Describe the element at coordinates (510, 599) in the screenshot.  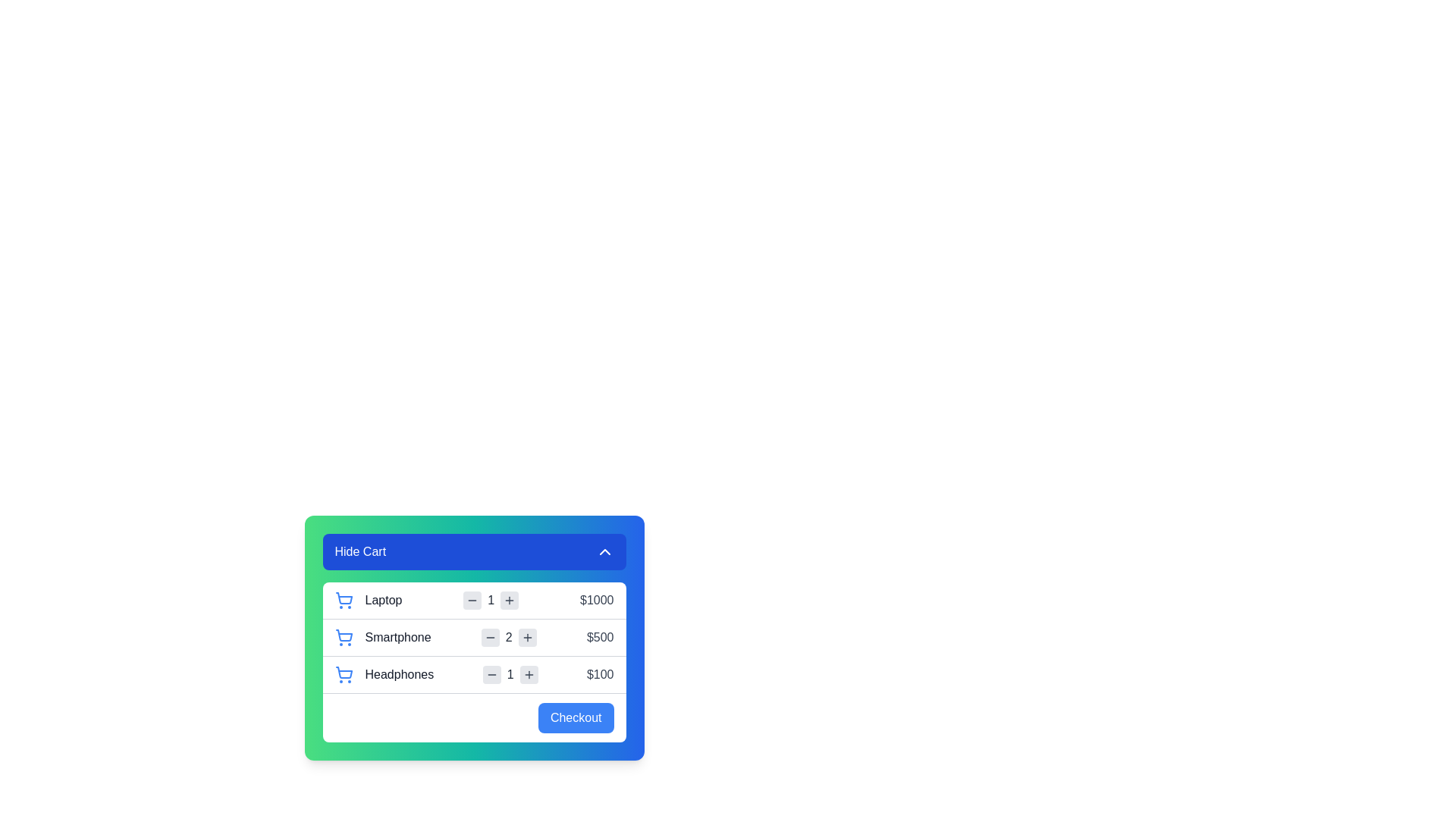
I see `the small gray button with a dark gray plus sign icon, which is the second button` at that location.